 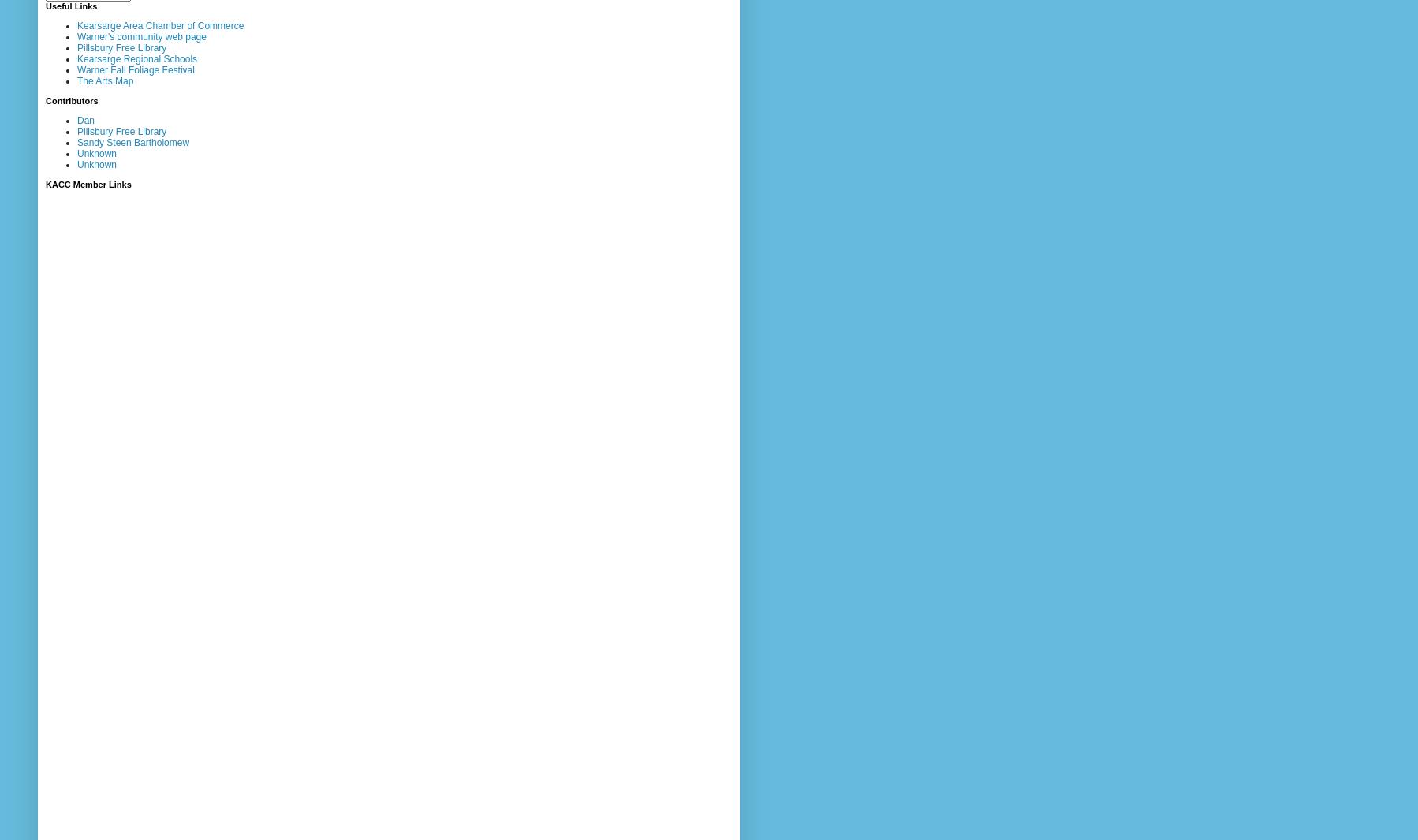 I want to click on 'Useful Links', so click(x=70, y=5).